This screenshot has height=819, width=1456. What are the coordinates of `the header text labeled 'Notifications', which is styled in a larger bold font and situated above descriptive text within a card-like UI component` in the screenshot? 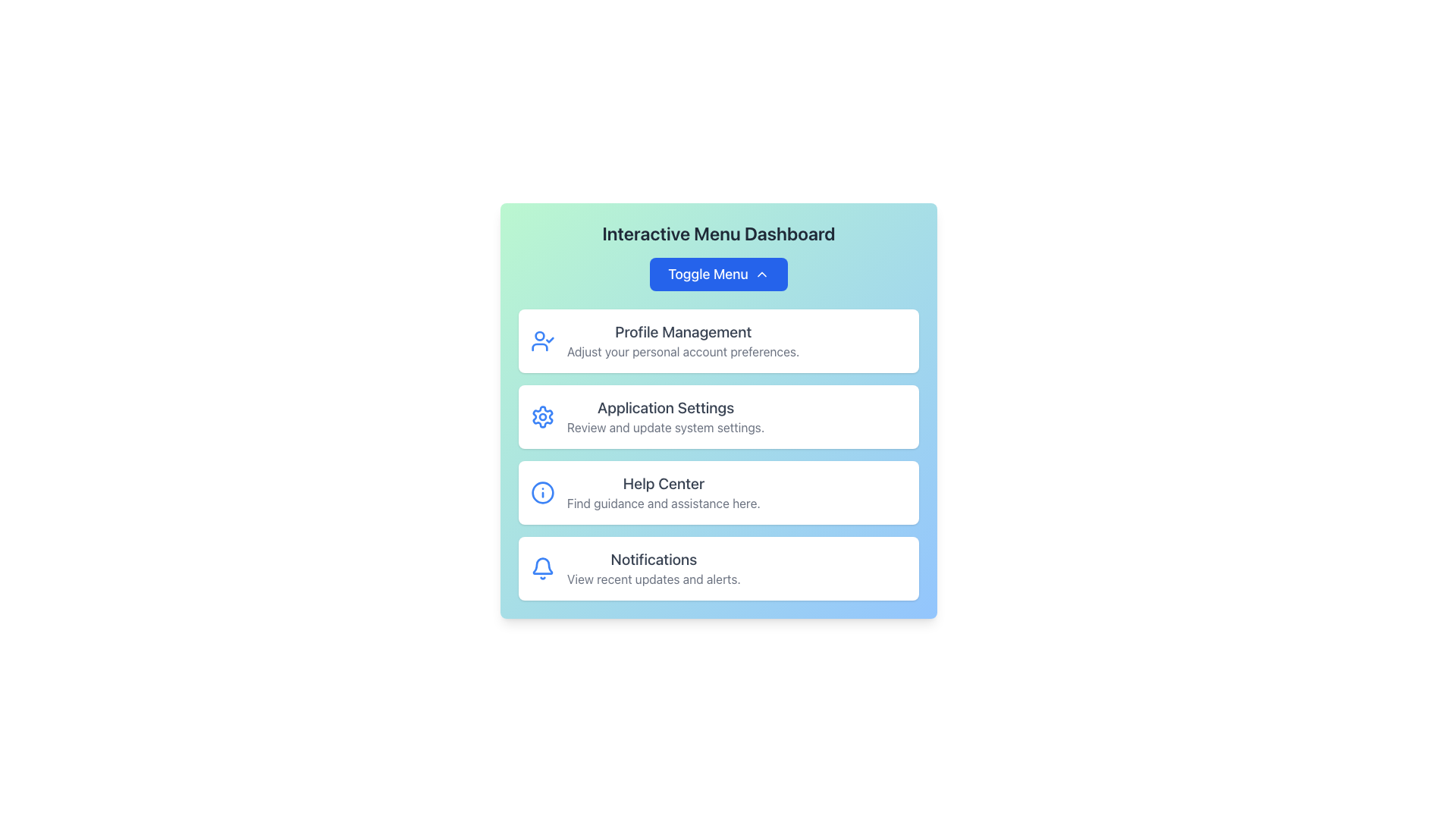 It's located at (654, 559).